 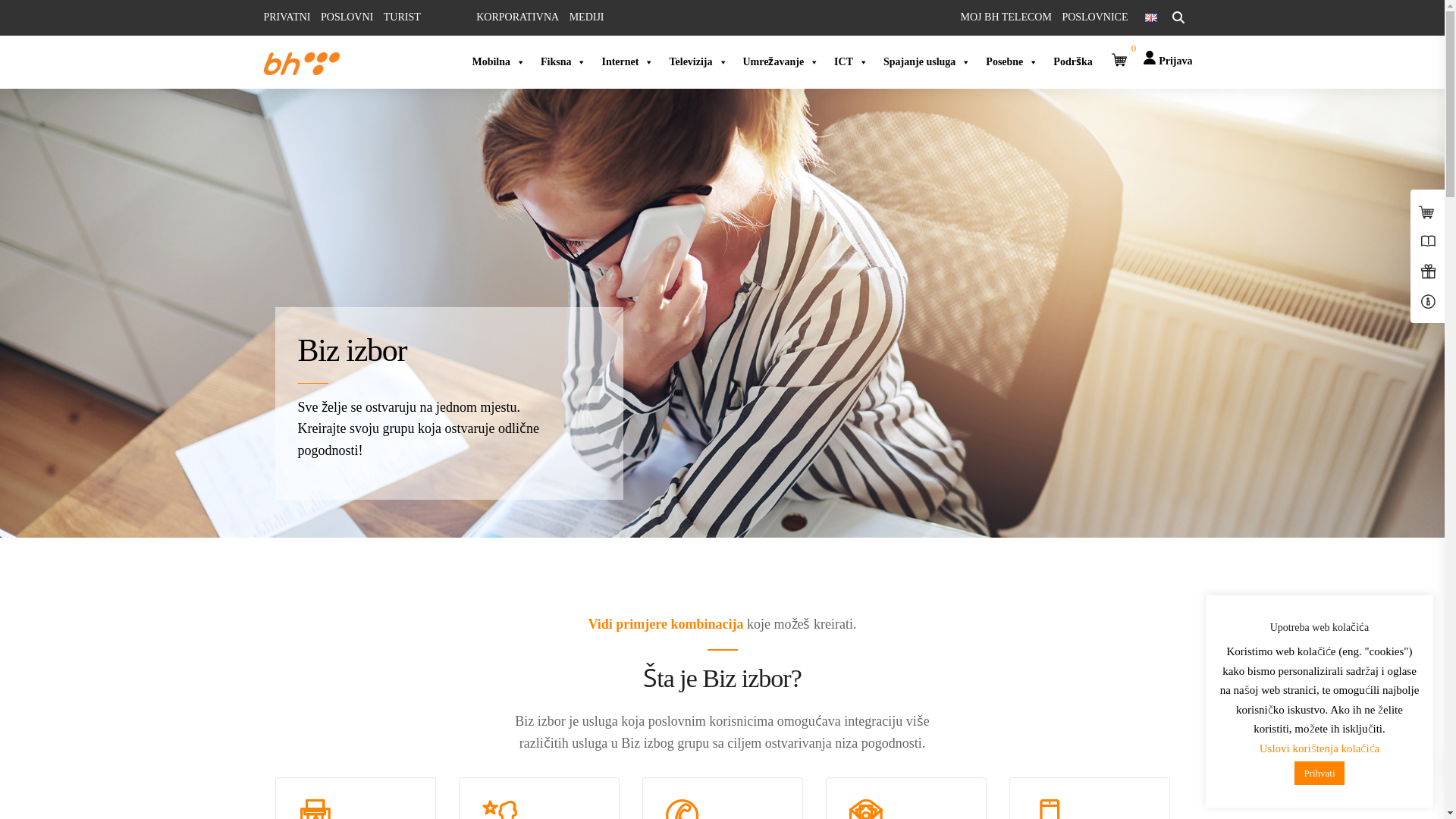 I want to click on 'Prihvati', so click(x=1318, y=773).